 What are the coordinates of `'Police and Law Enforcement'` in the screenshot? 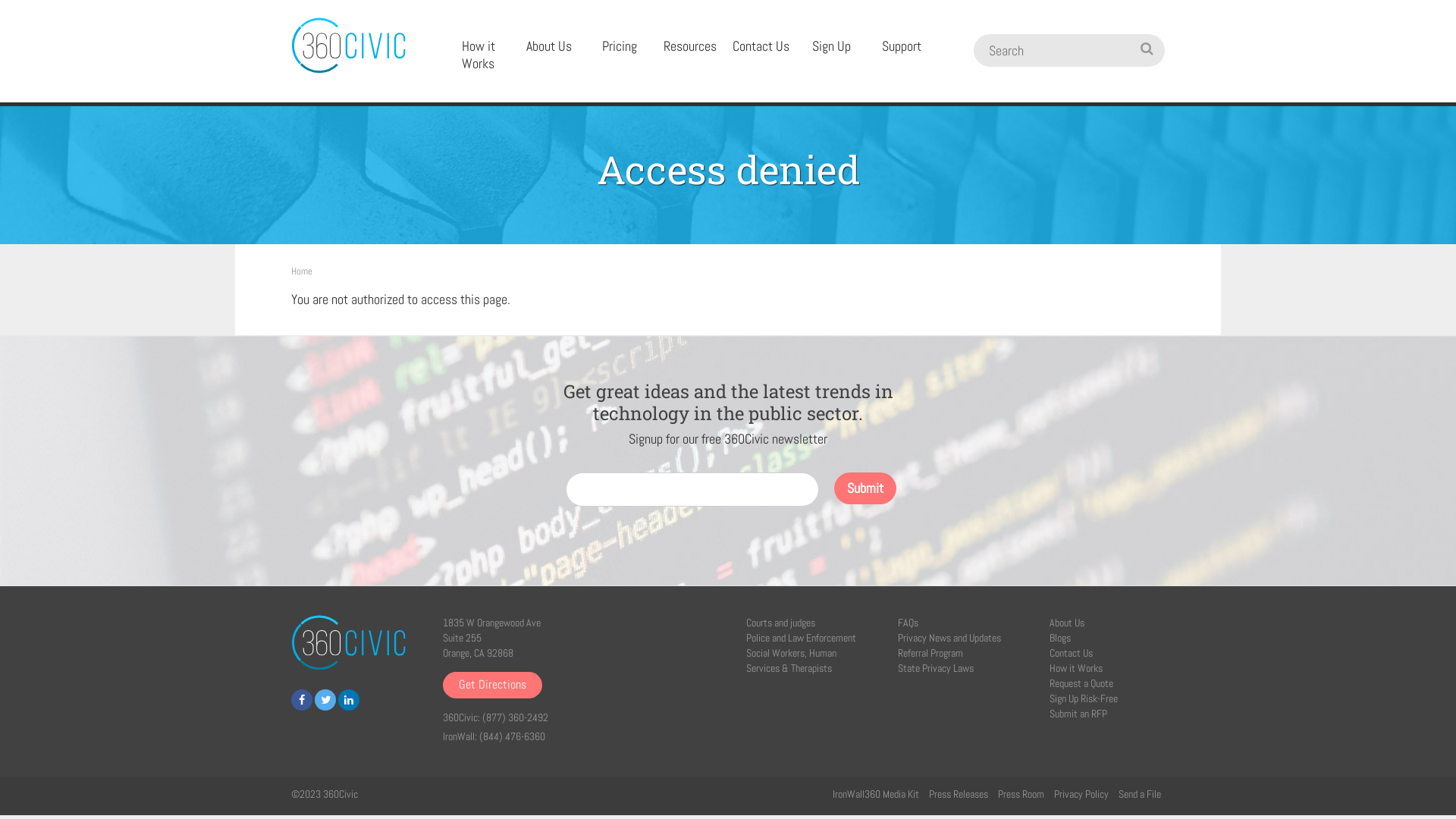 It's located at (800, 637).